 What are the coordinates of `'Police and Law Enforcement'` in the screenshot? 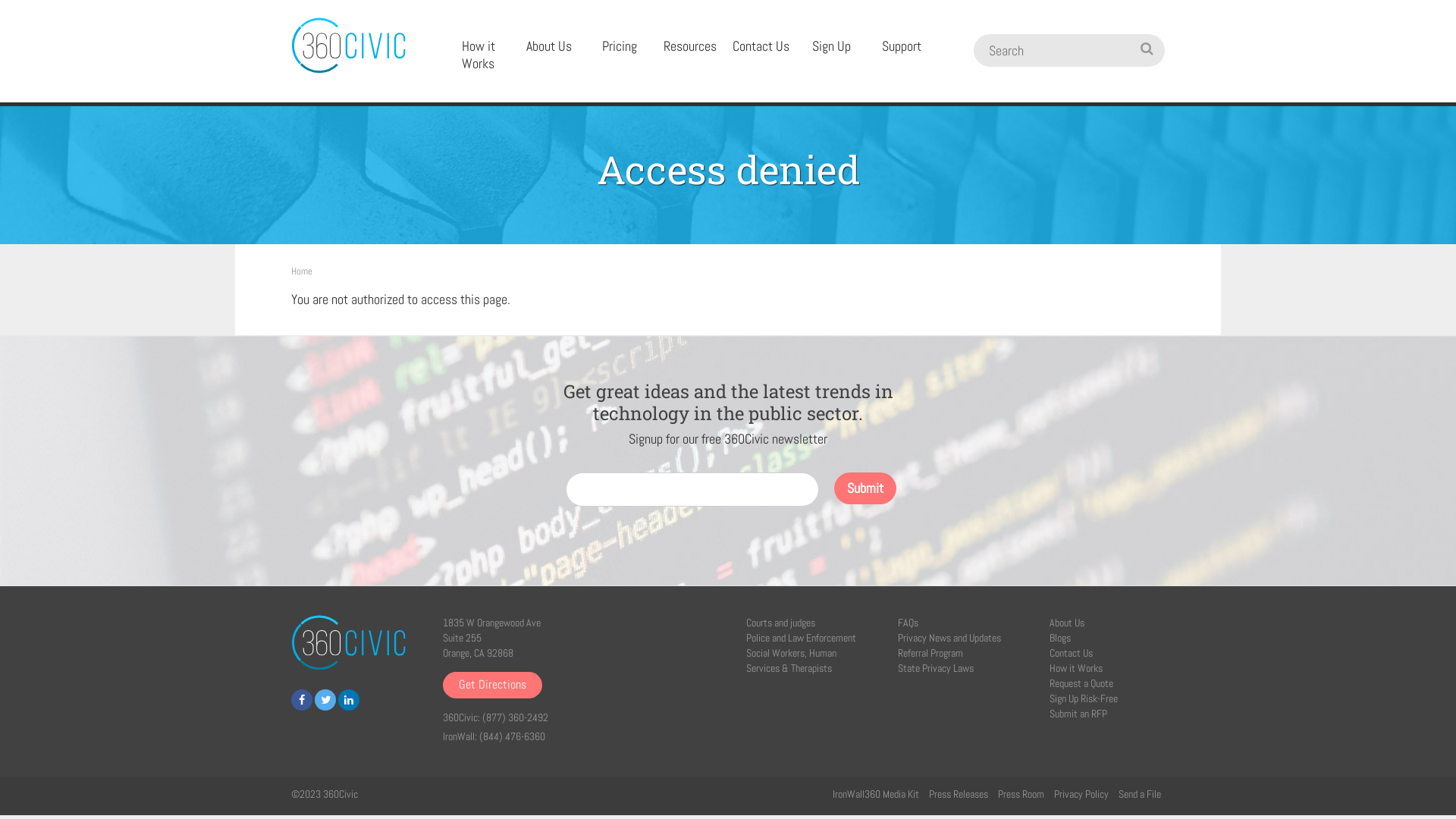 It's located at (800, 637).